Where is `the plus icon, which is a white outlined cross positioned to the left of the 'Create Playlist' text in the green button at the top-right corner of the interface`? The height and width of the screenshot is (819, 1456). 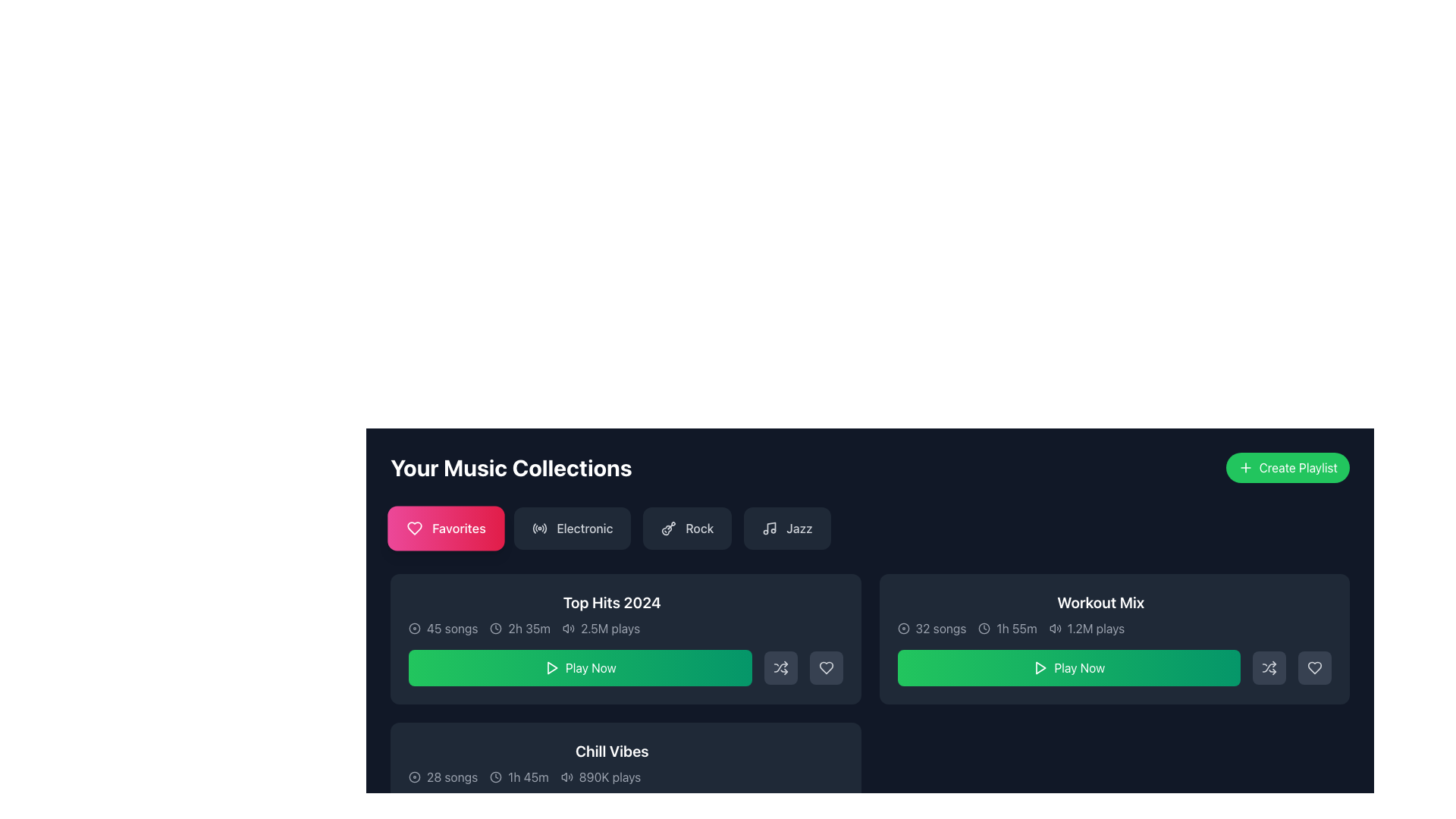 the plus icon, which is a white outlined cross positioned to the left of the 'Create Playlist' text in the green button at the top-right corner of the interface is located at coordinates (1245, 467).